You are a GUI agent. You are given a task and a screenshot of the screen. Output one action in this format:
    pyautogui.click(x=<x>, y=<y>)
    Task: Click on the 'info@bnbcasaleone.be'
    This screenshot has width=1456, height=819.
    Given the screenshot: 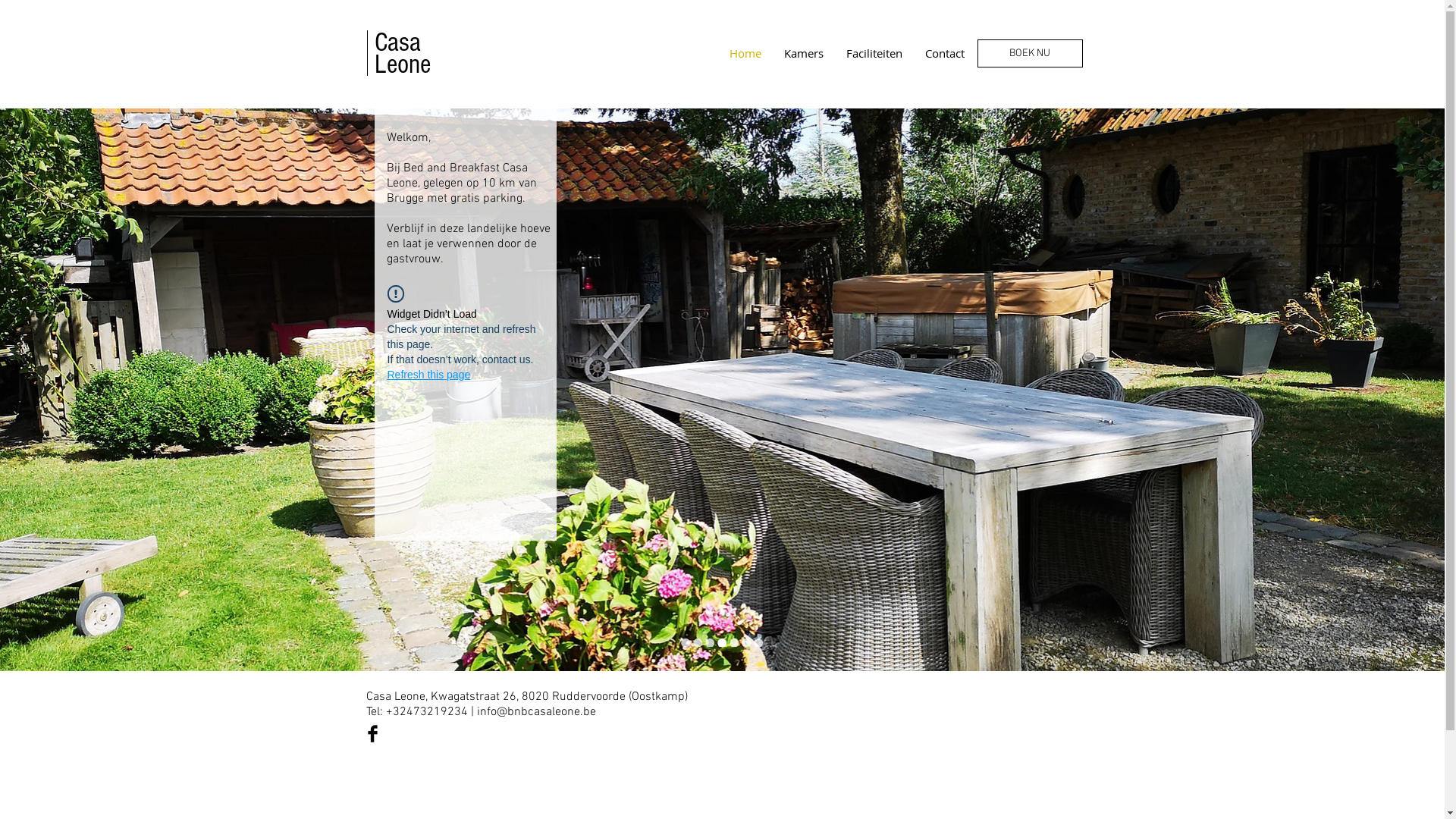 What is the action you would take?
    pyautogui.click(x=535, y=711)
    